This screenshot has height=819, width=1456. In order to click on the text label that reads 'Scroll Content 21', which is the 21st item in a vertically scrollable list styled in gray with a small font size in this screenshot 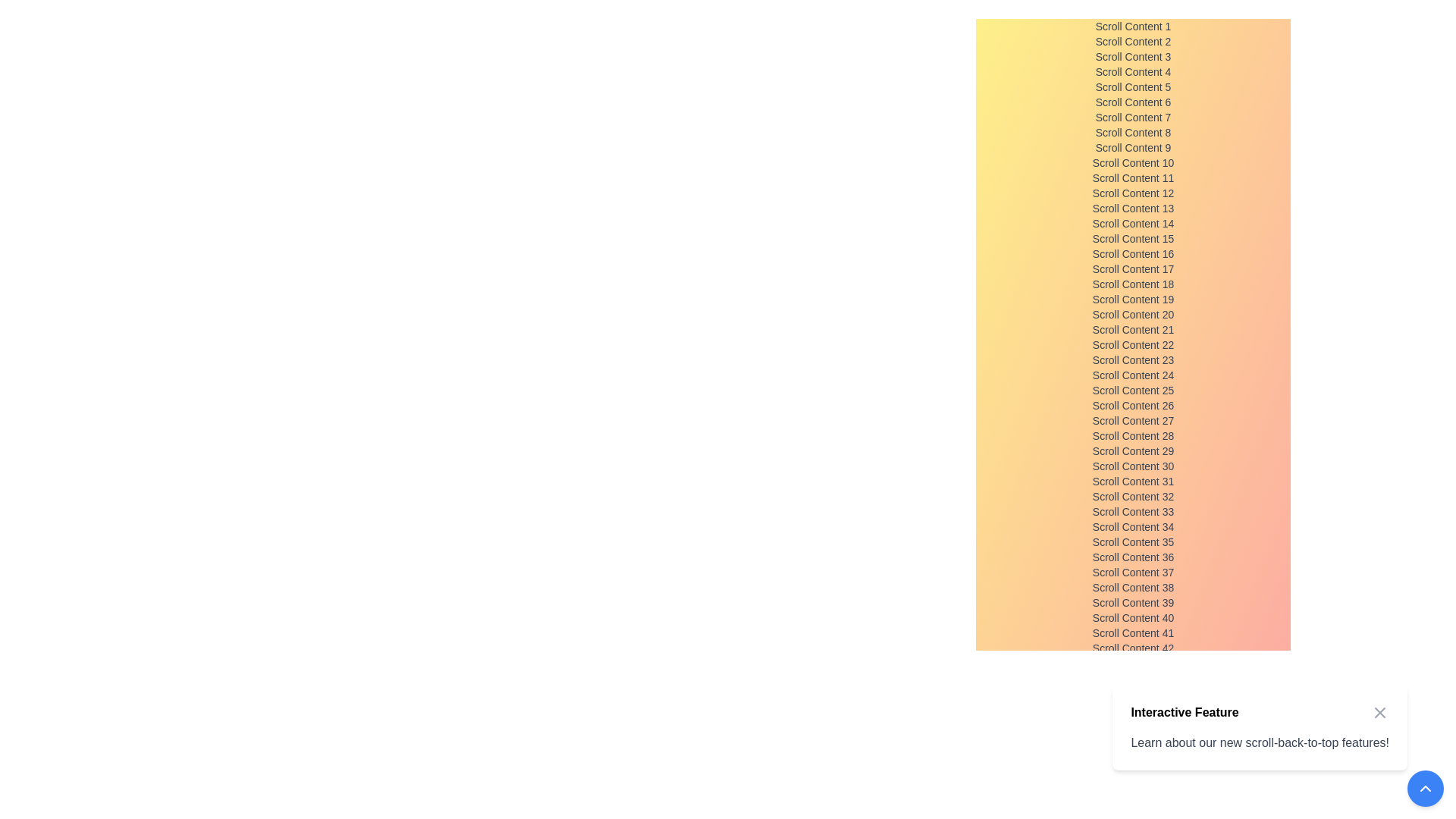, I will do `click(1133, 329)`.